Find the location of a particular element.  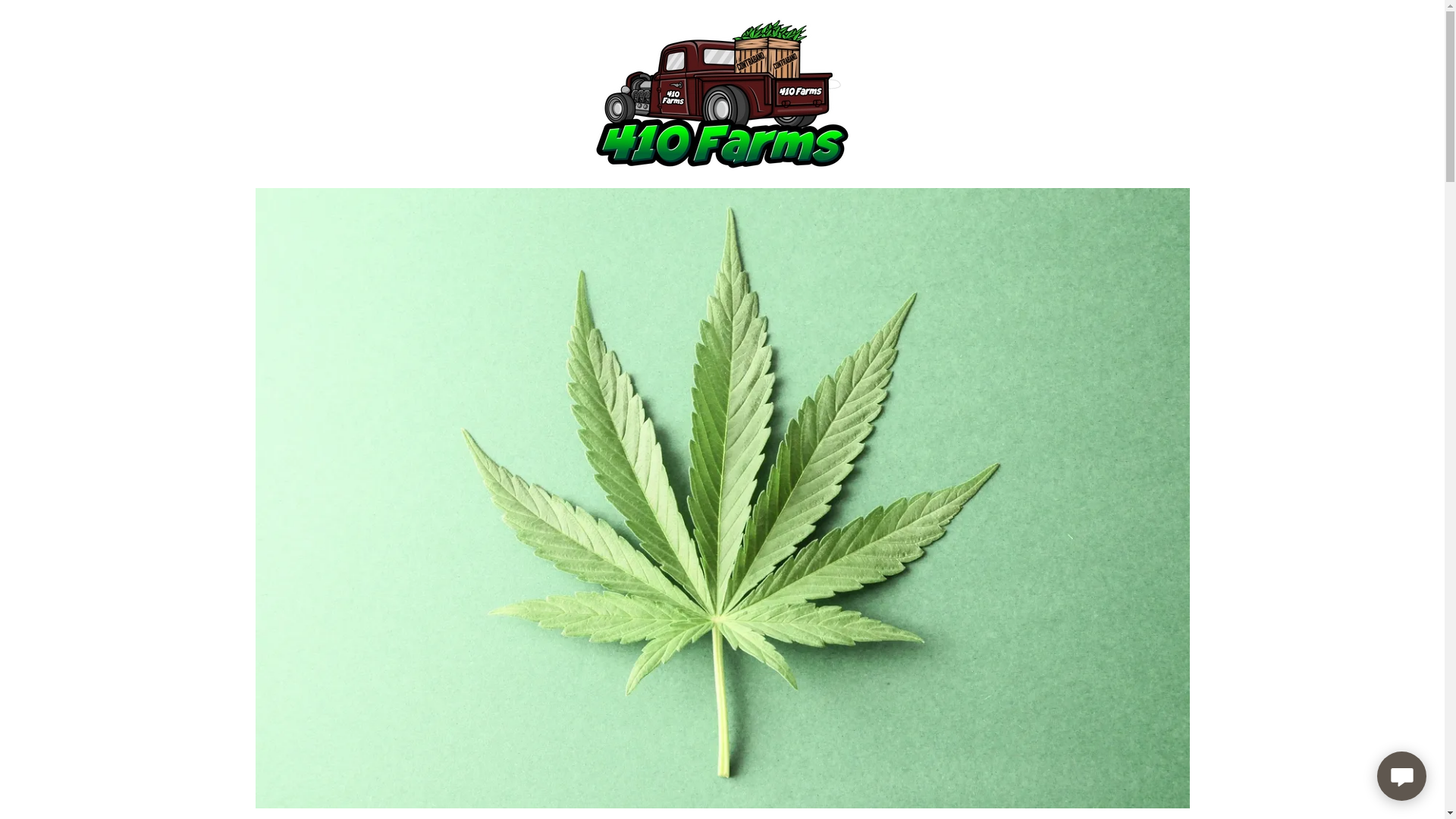

'410 Farms' is located at coordinates (721, 93).